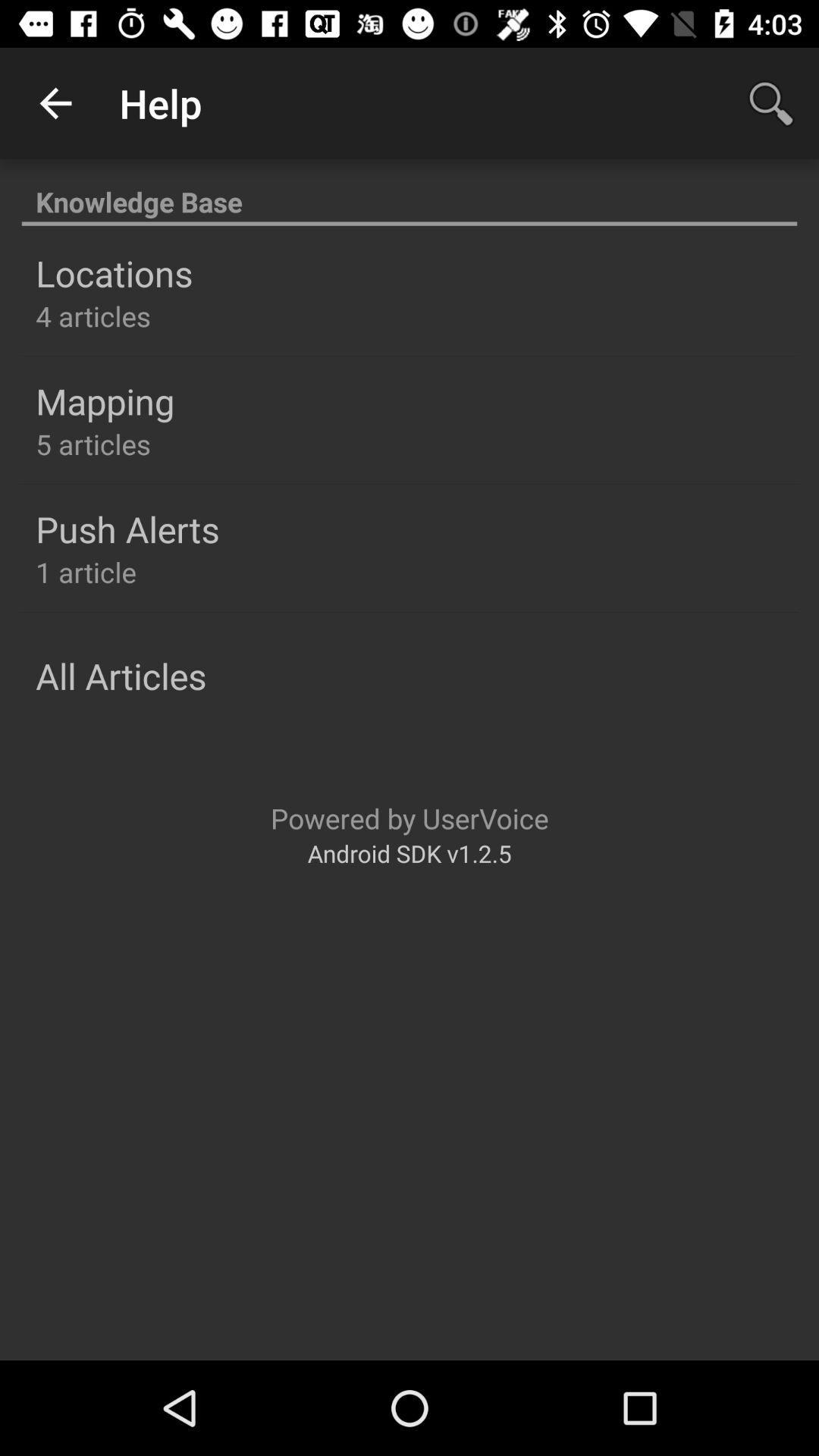  I want to click on the icon above knowledge base item, so click(55, 102).